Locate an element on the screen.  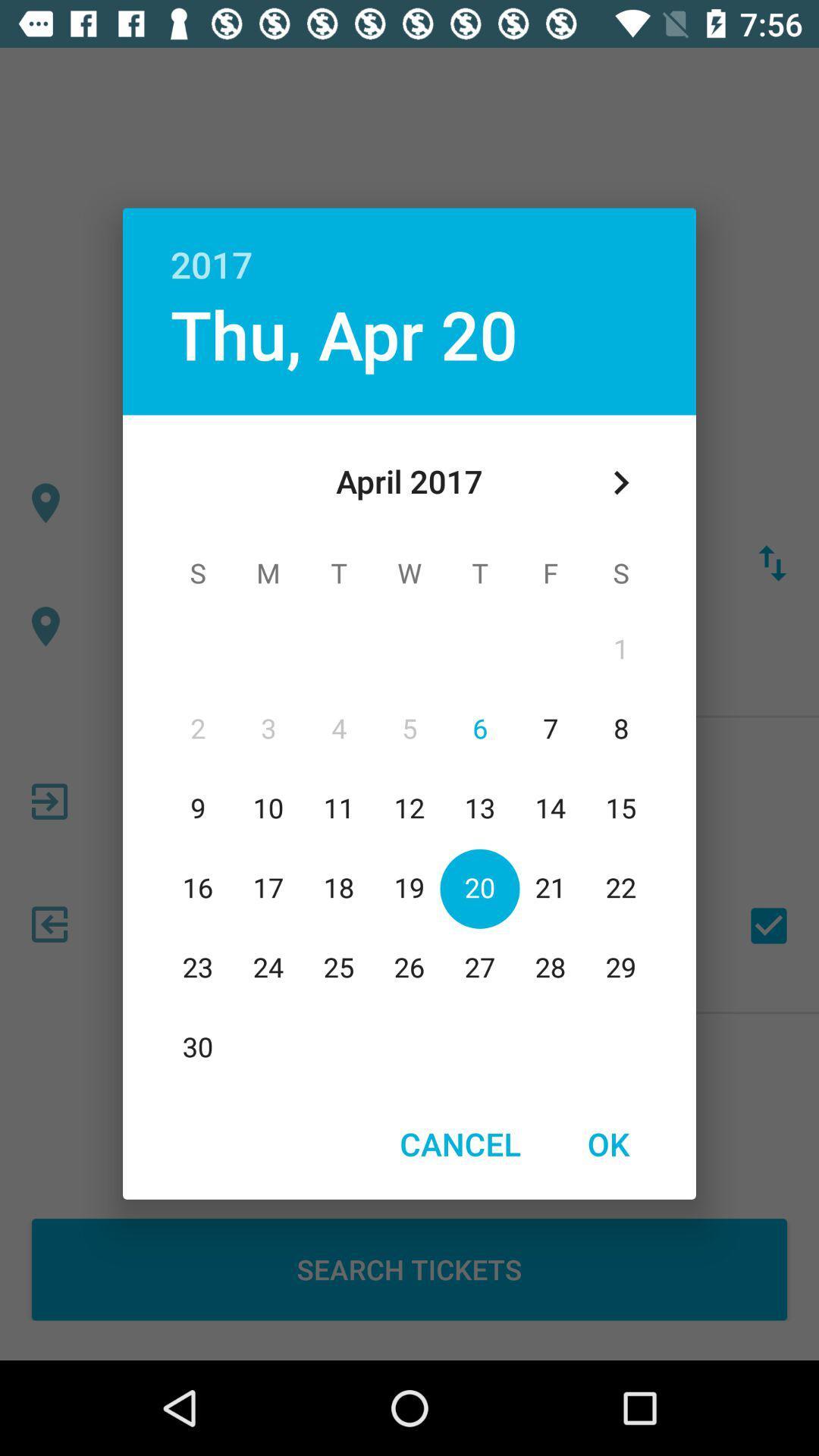
item next to the ok button is located at coordinates (460, 1144).